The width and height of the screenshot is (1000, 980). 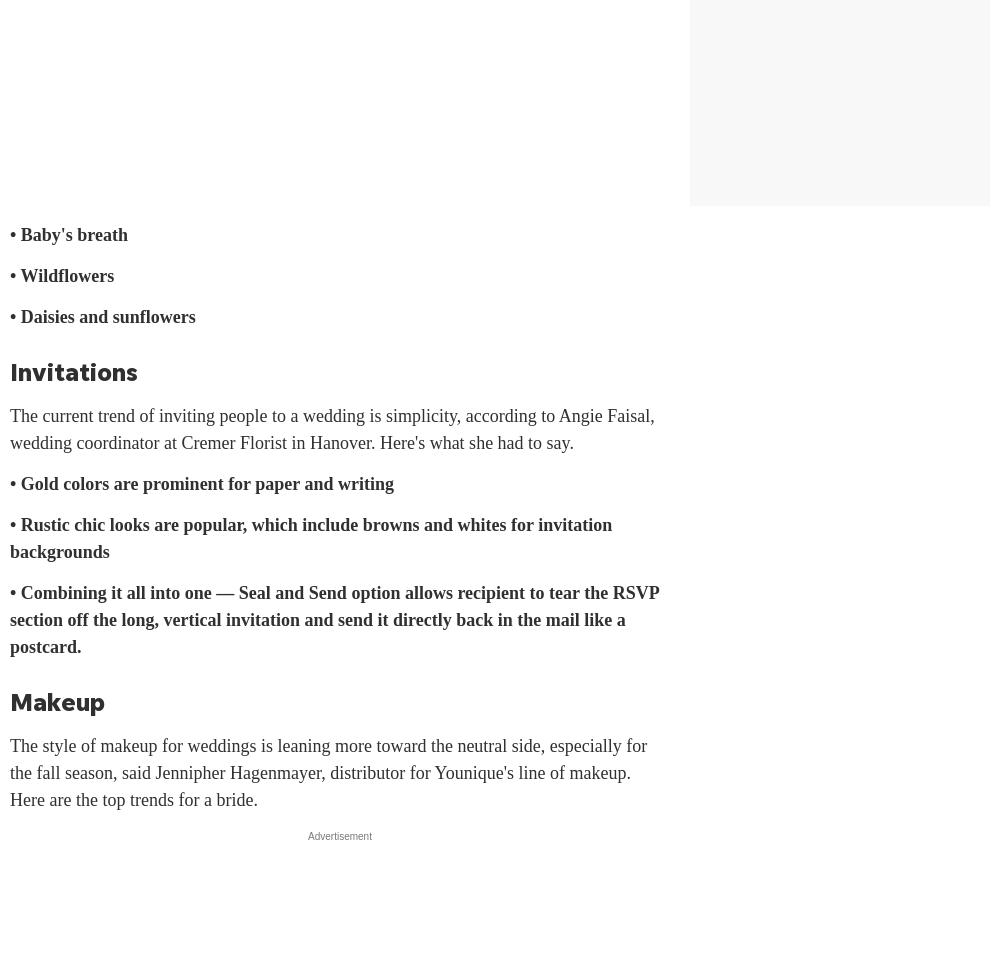 What do you see at coordinates (68, 235) in the screenshot?
I see `'• Baby's breath'` at bounding box center [68, 235].